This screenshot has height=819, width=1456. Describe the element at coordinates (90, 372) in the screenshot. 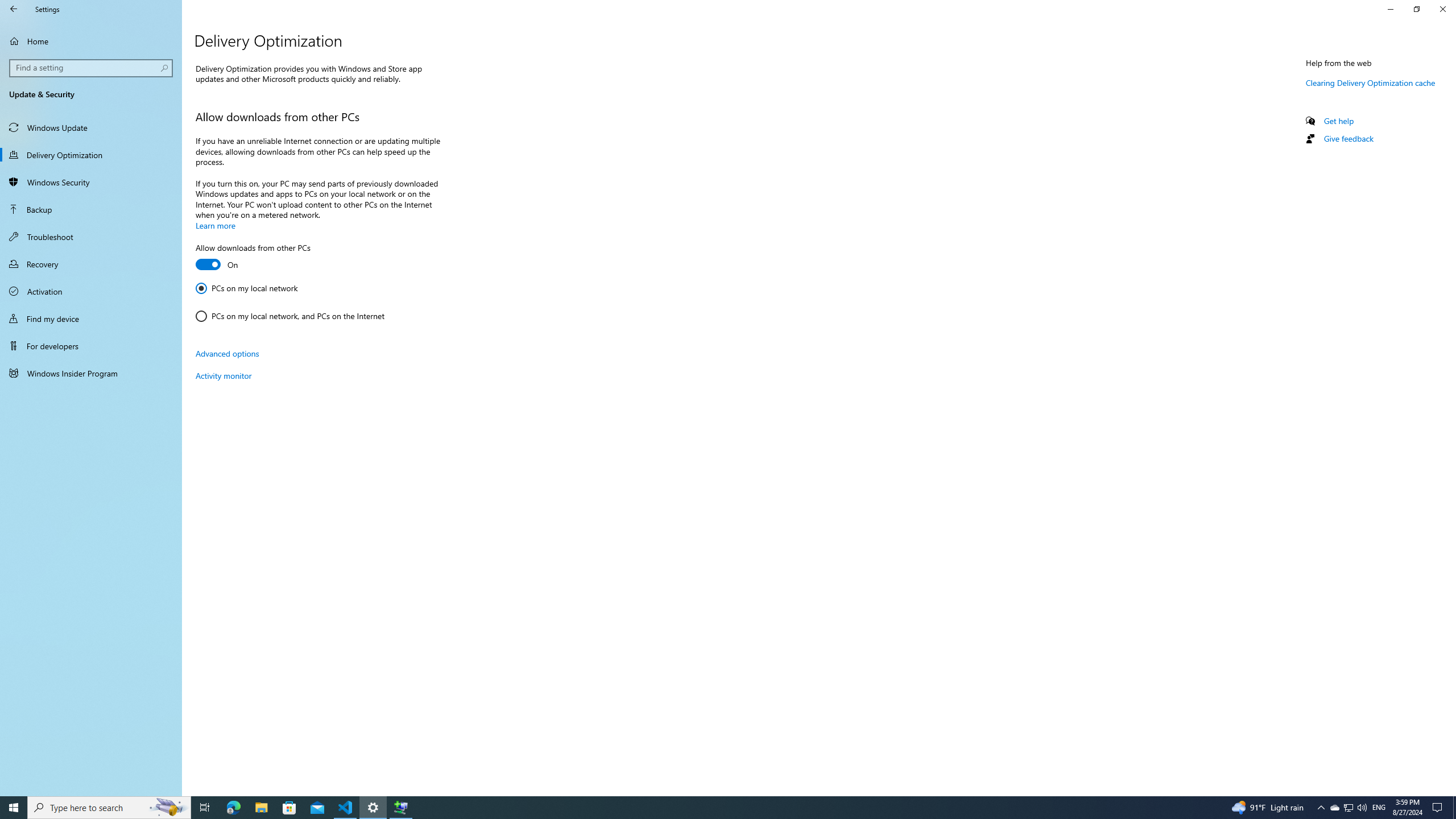

I see `'Windows Insider Program'` at that location.